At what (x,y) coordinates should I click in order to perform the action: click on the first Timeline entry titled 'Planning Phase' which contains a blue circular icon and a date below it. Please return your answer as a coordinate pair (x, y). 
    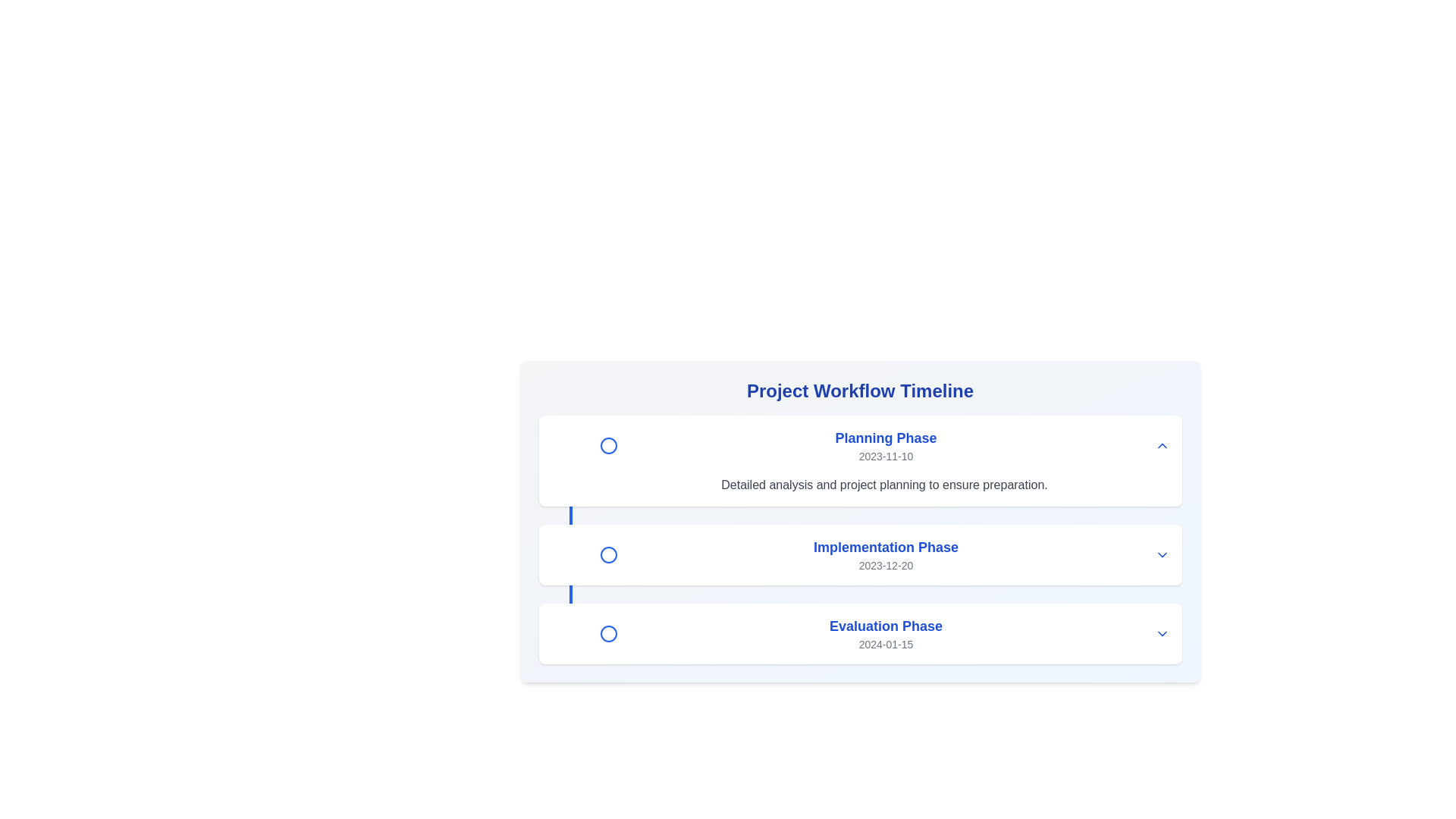
    Looking at the image, I should click on (884, 444).